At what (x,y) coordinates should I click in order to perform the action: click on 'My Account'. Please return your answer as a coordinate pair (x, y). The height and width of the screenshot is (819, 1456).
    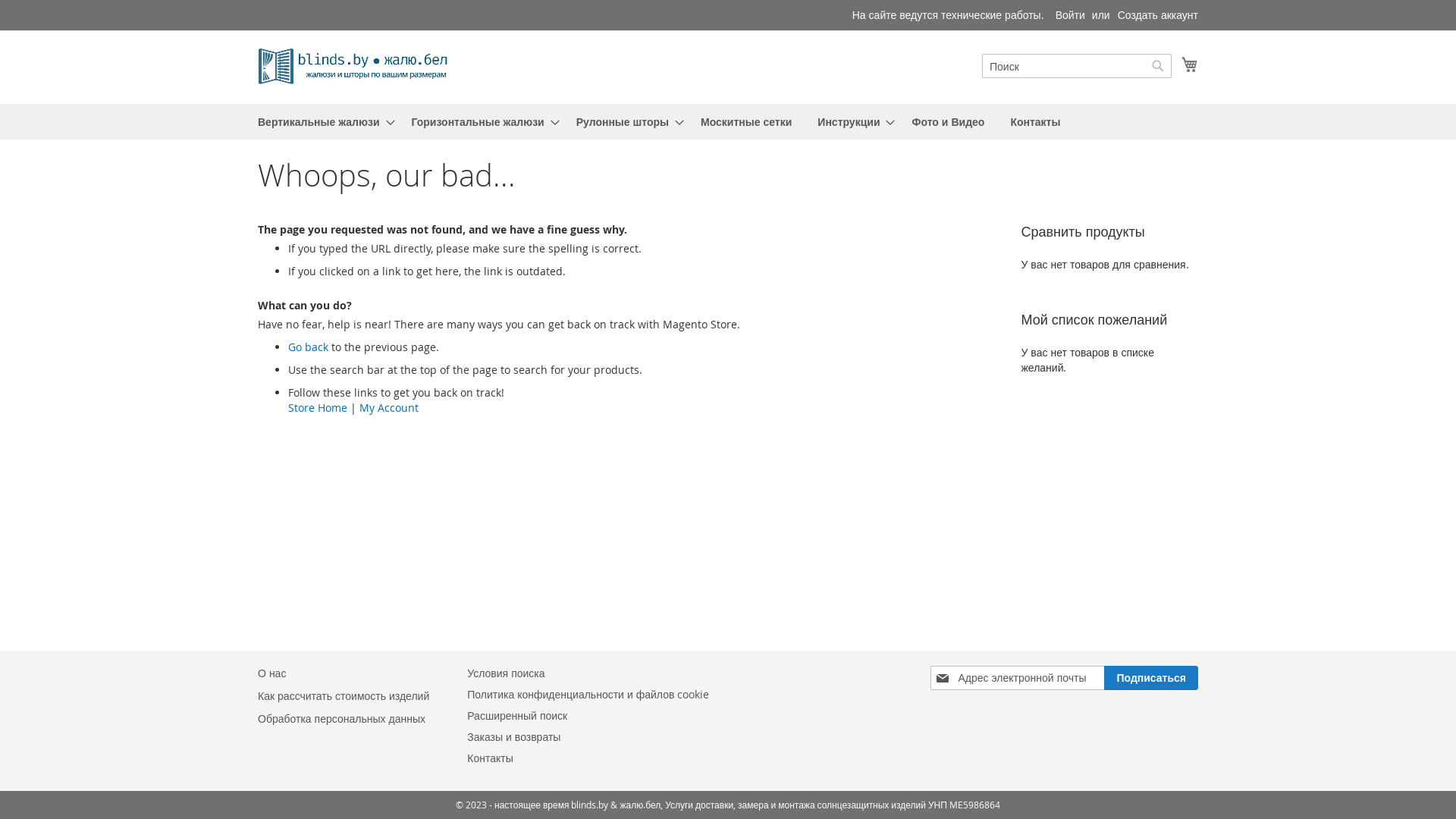
    Looking at the image, I should click on (359, 406).